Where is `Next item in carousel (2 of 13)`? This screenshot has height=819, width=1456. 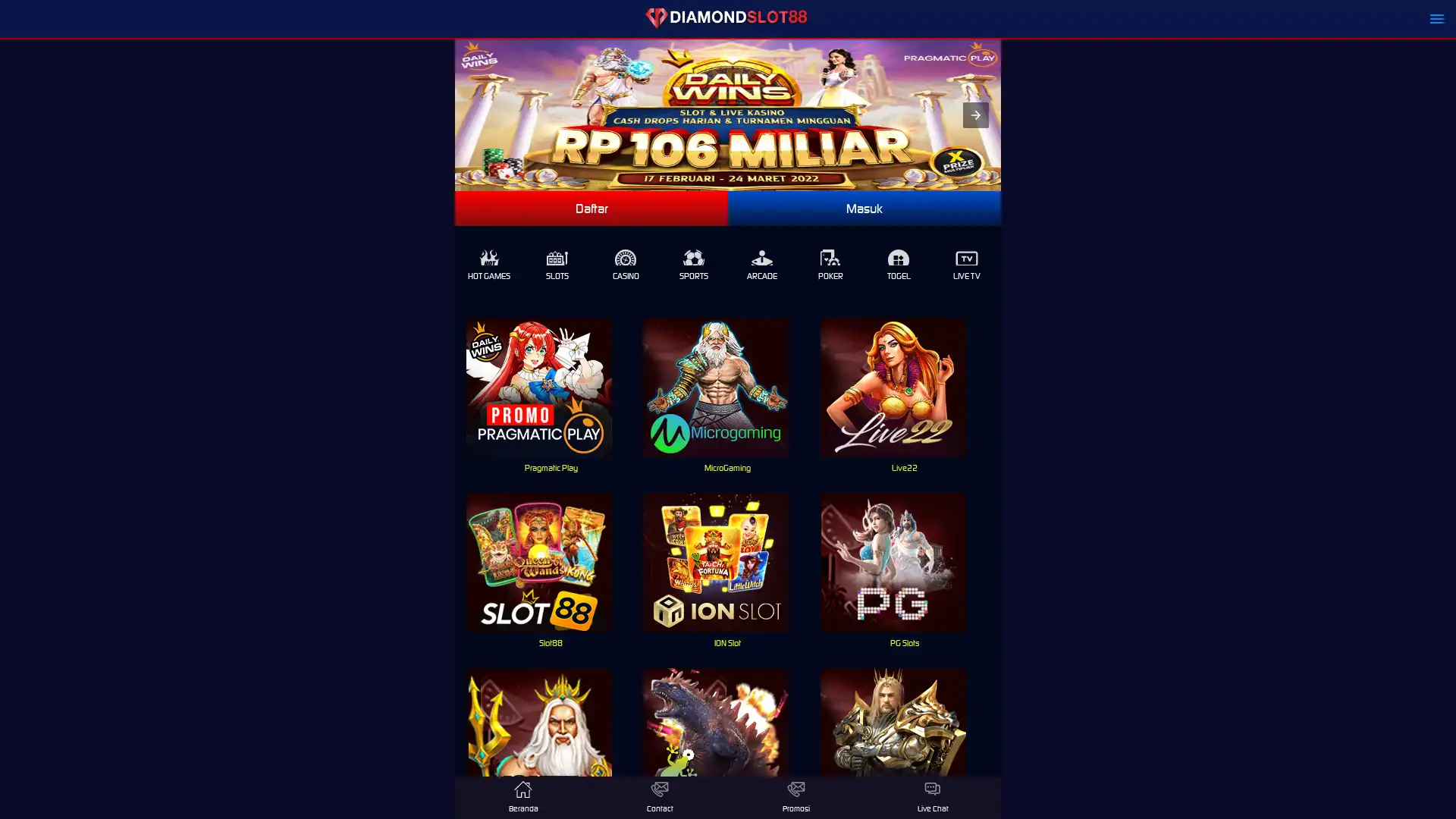
Next item in carousel (2 of 13) is located at coordinates (975, 114).